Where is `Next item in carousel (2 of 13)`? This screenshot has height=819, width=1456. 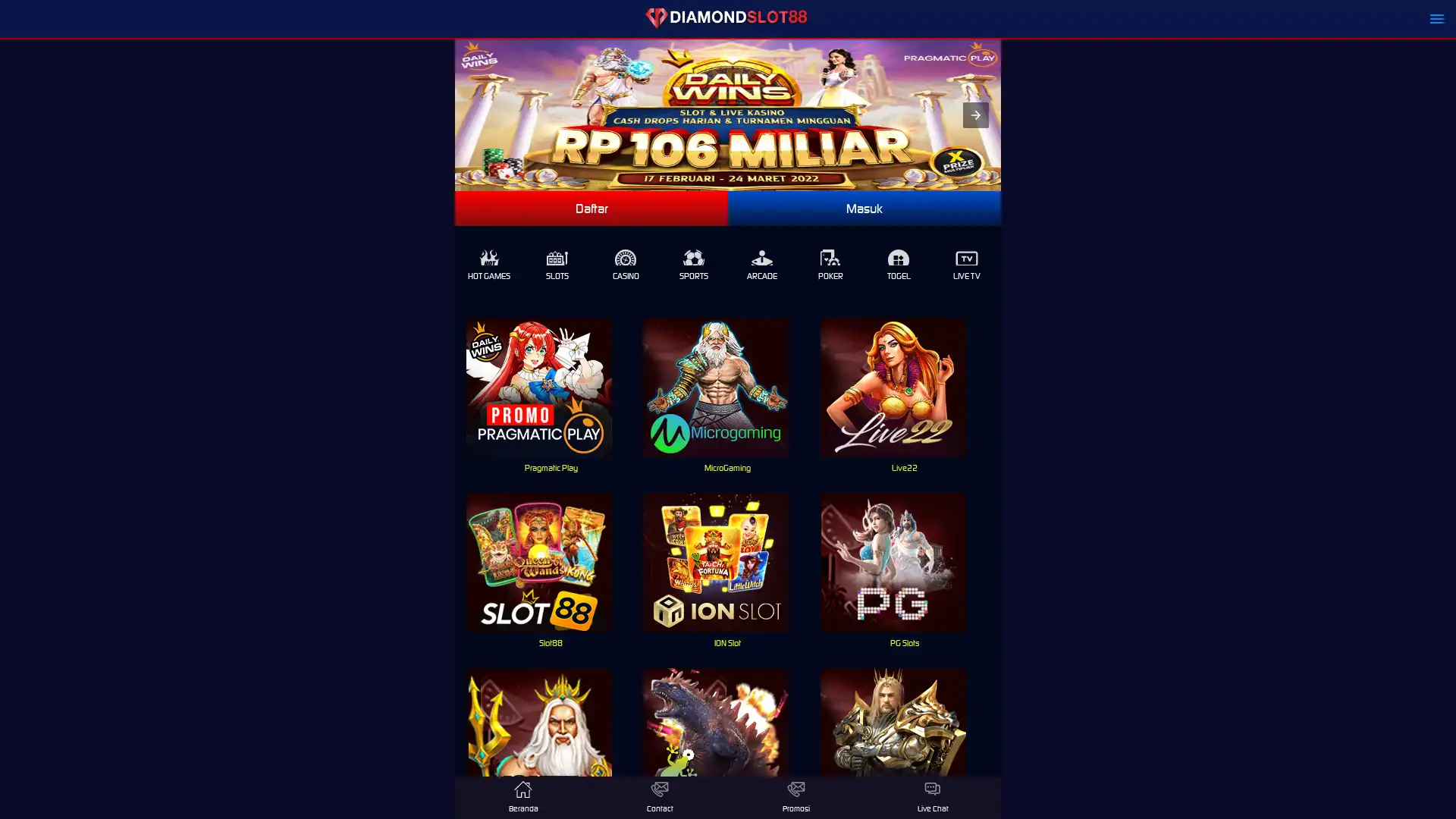
Next item in carousel (2 of 13) is located at coordinates (975, 114).